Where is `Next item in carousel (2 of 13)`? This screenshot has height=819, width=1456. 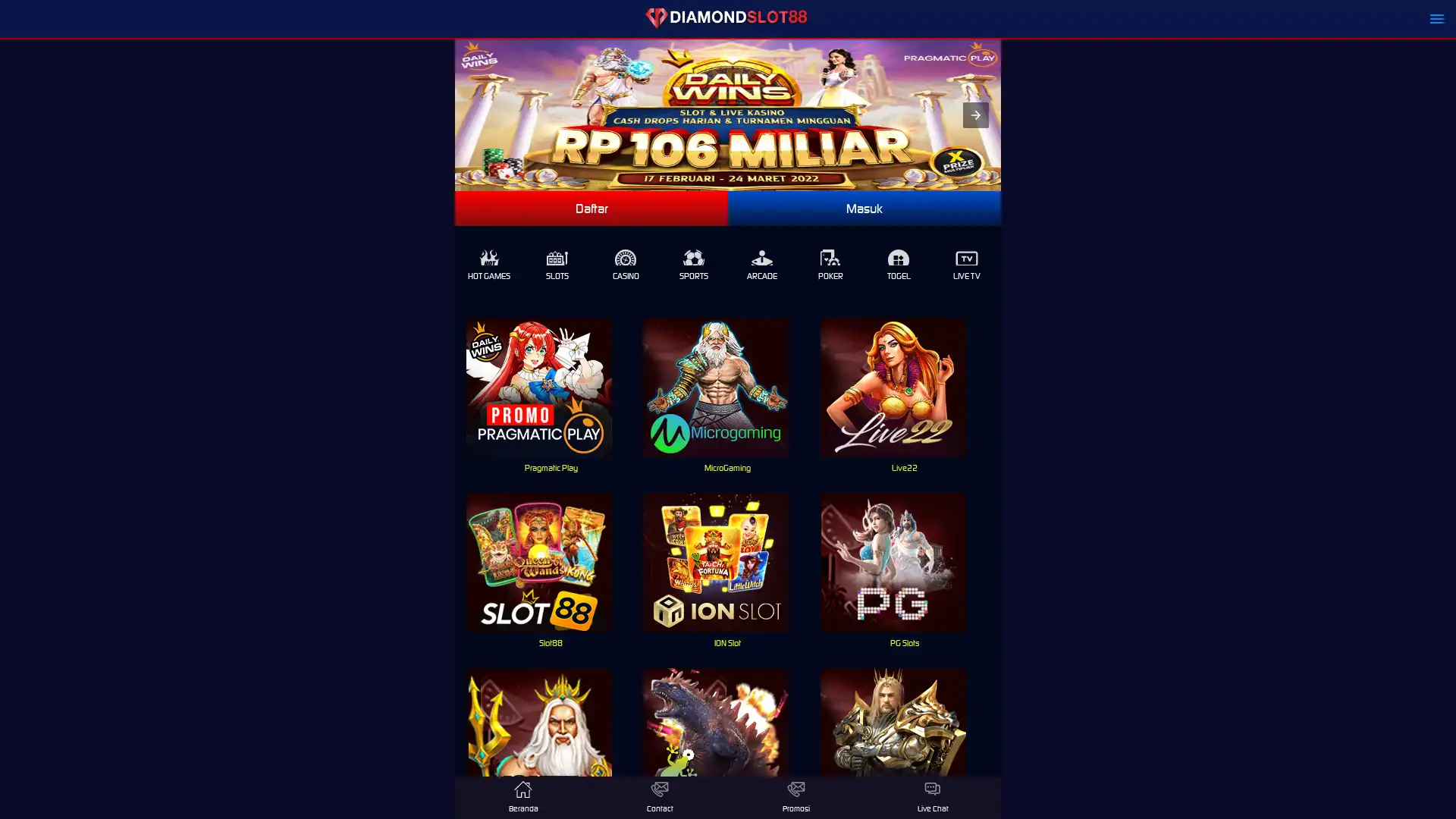
Next item in carousel (2 of 13) is located at coordinates (975, 114).